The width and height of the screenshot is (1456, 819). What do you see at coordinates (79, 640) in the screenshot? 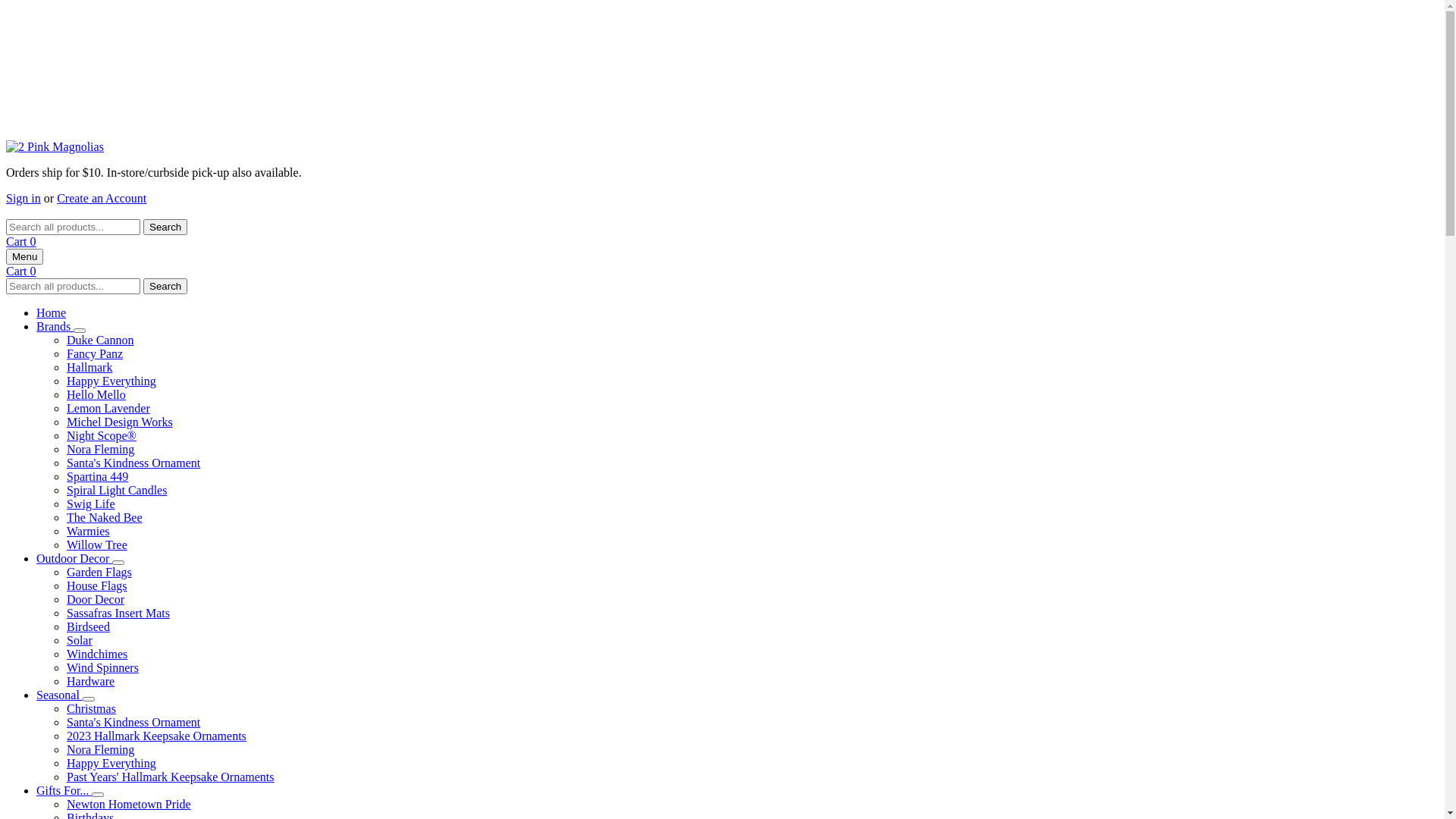
I see `'Solar'` at bounding box center [79, 640].